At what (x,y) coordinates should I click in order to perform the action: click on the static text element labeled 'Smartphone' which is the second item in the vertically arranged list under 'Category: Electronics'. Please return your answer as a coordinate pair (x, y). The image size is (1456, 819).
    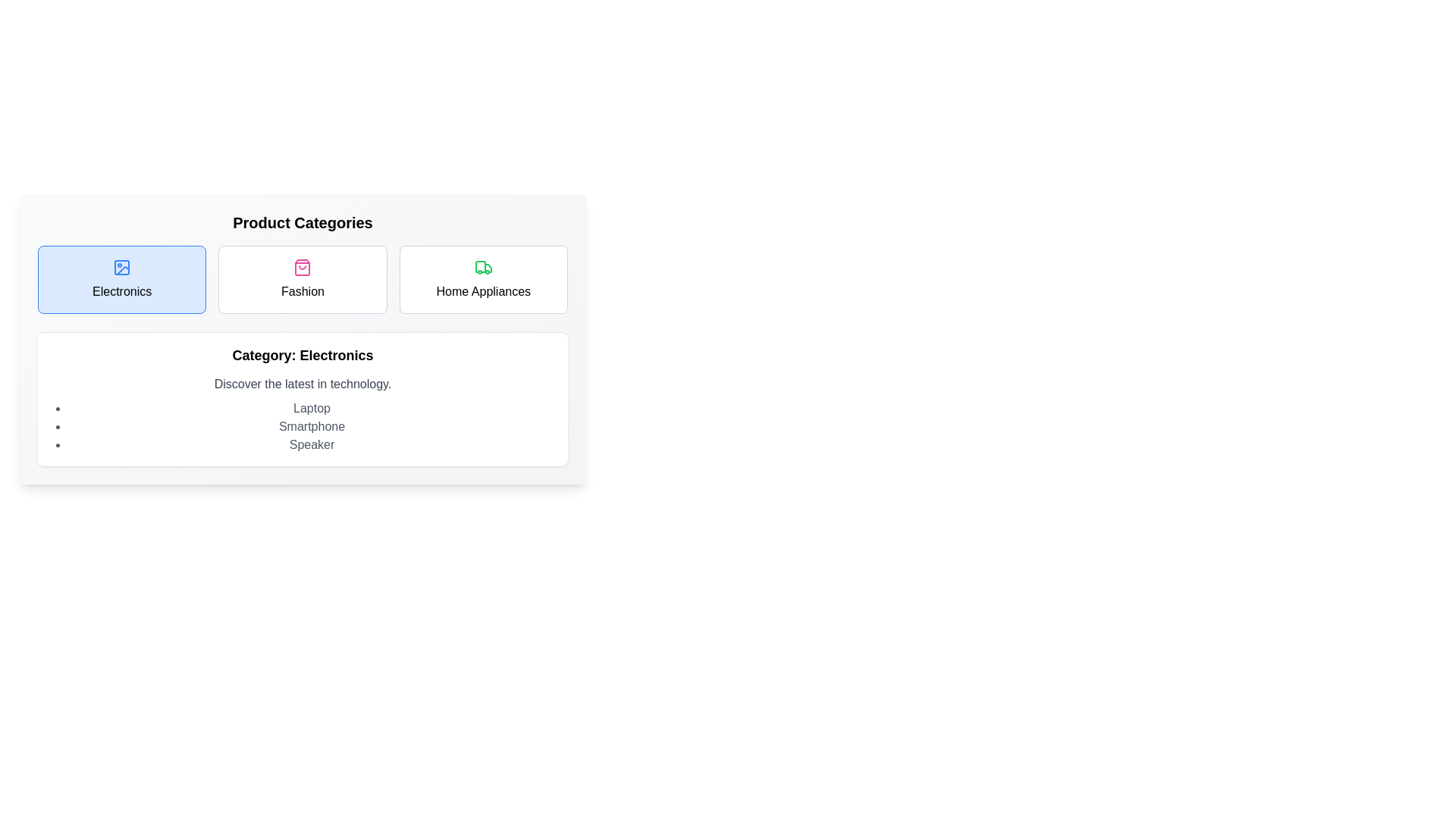
    Looking at the image, I should click on (311, 427).